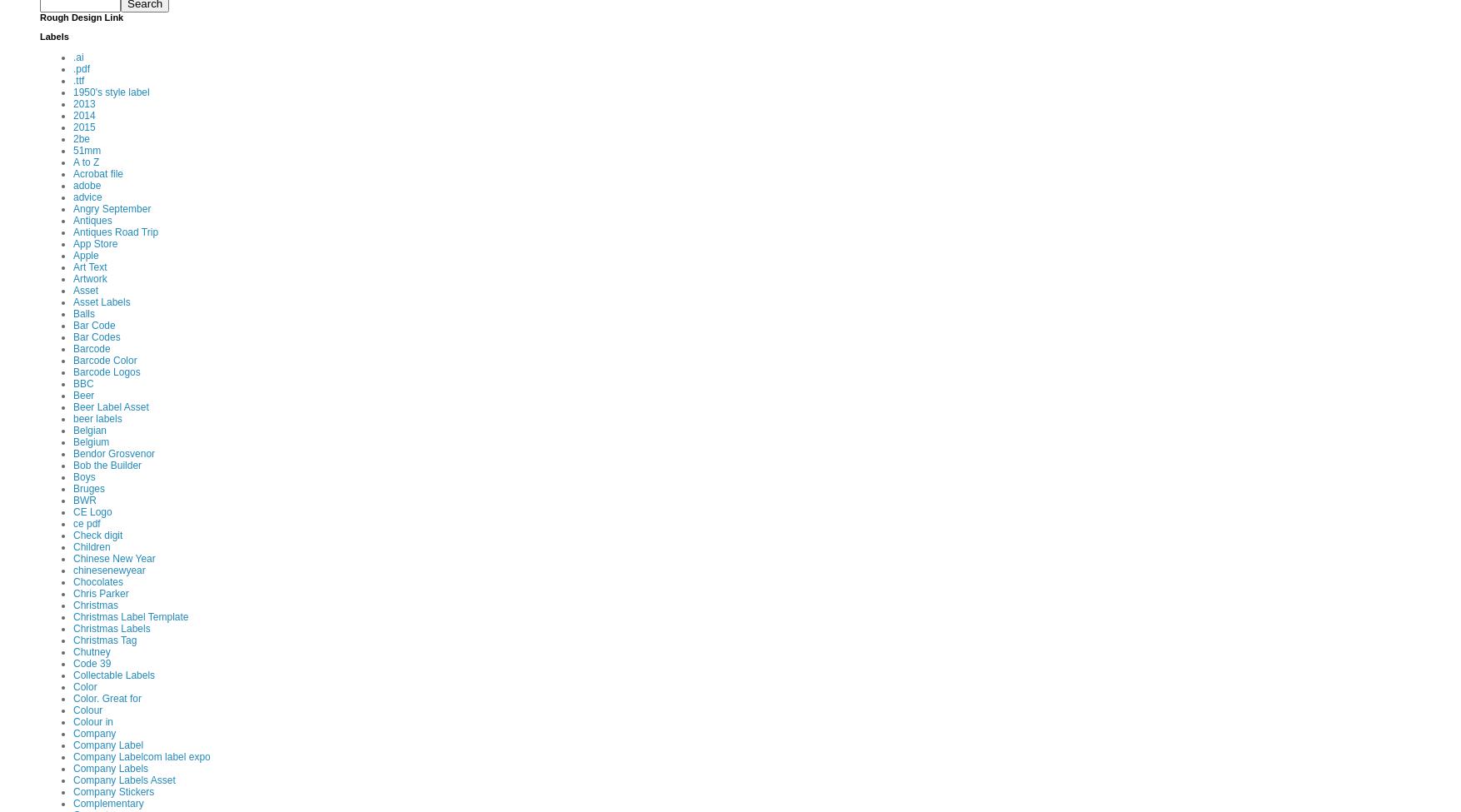 Image resolution: width=1461 pixels, height=812 pixels. I want to click on 'Code 39', so click(91, 662).